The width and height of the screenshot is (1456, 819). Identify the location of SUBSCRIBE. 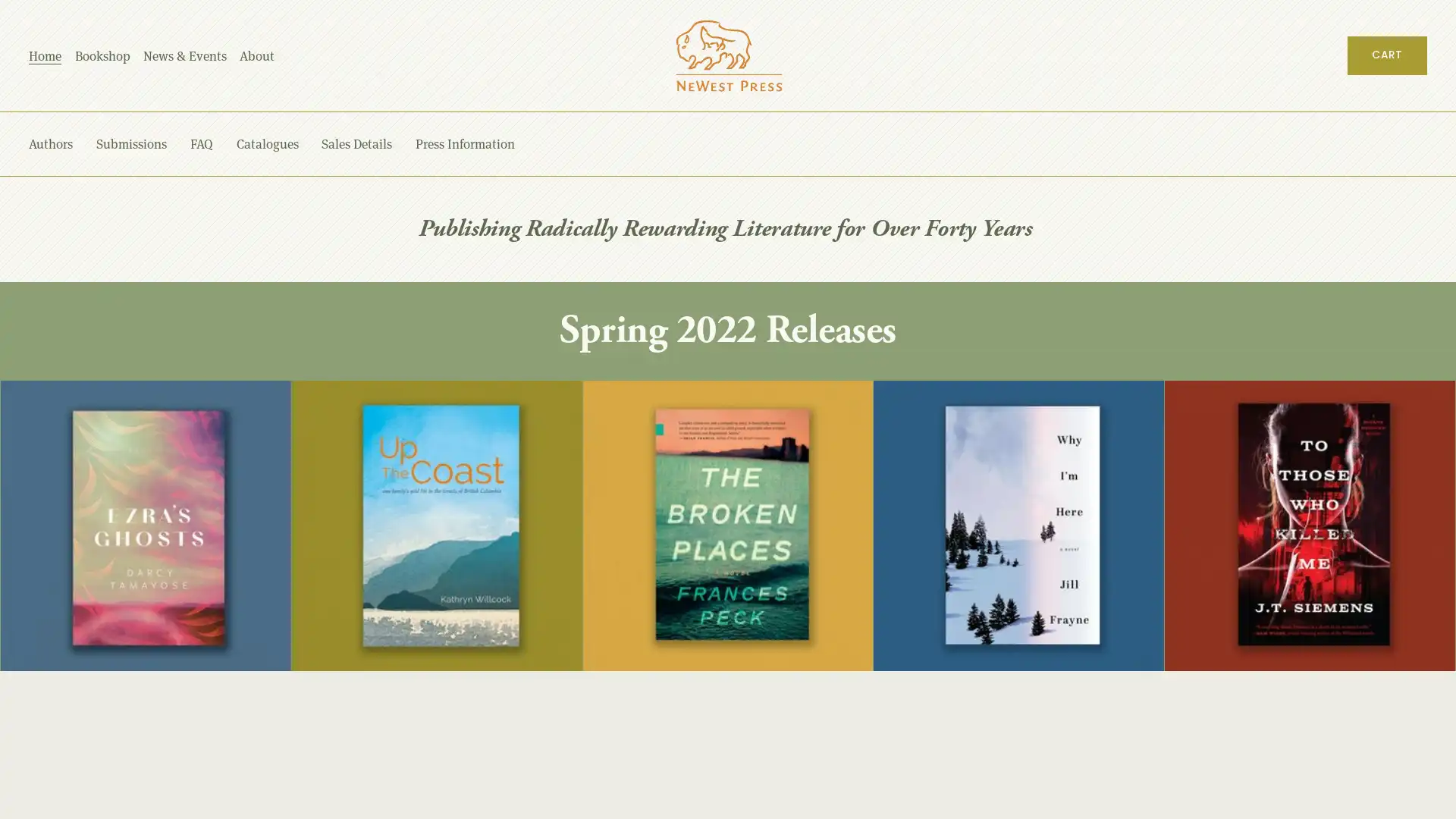
(1282, 661).